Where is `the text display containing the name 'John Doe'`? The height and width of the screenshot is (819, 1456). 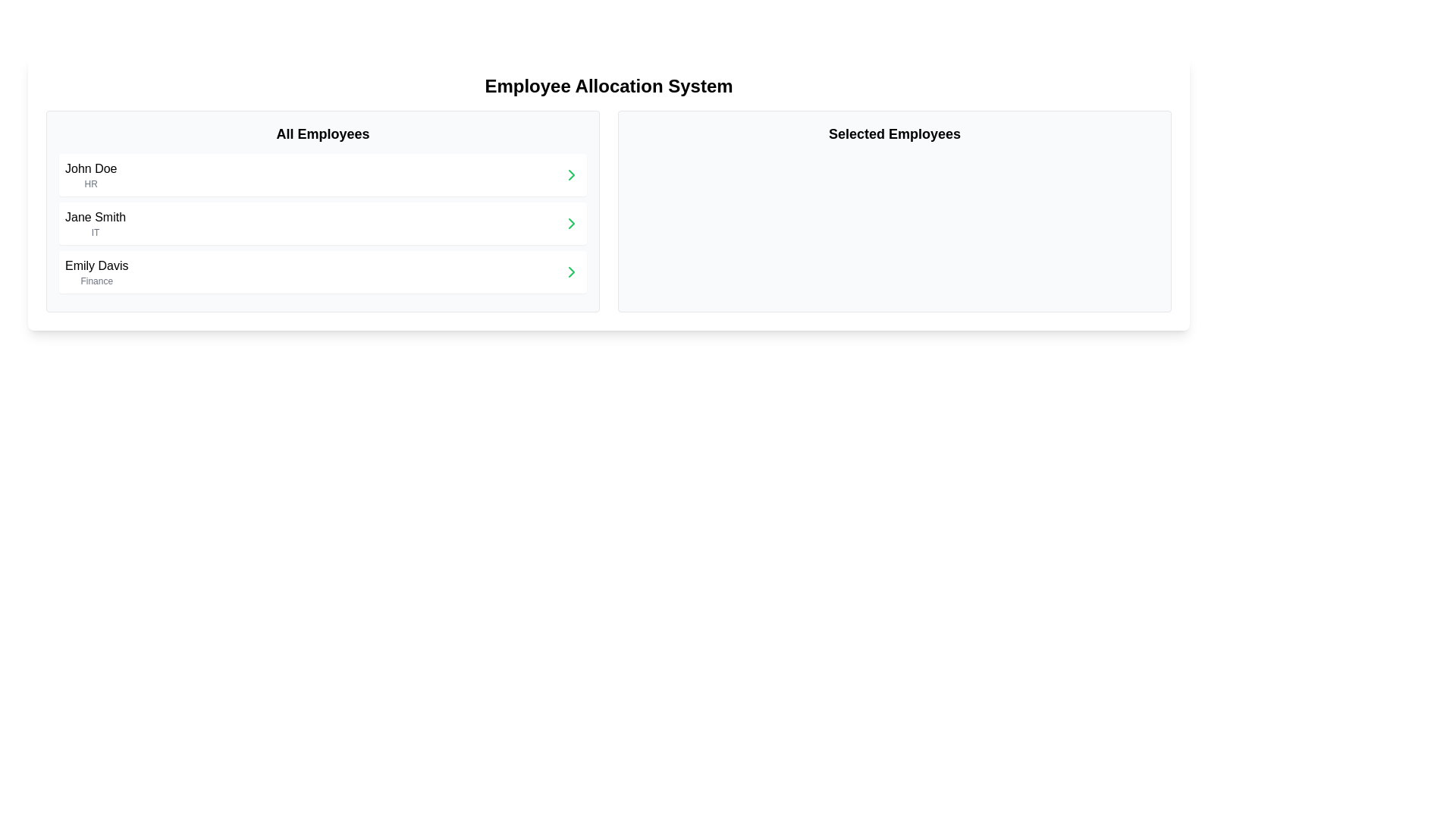
the text display containing the name 'John Doe' is located at coordinates (90, 174).